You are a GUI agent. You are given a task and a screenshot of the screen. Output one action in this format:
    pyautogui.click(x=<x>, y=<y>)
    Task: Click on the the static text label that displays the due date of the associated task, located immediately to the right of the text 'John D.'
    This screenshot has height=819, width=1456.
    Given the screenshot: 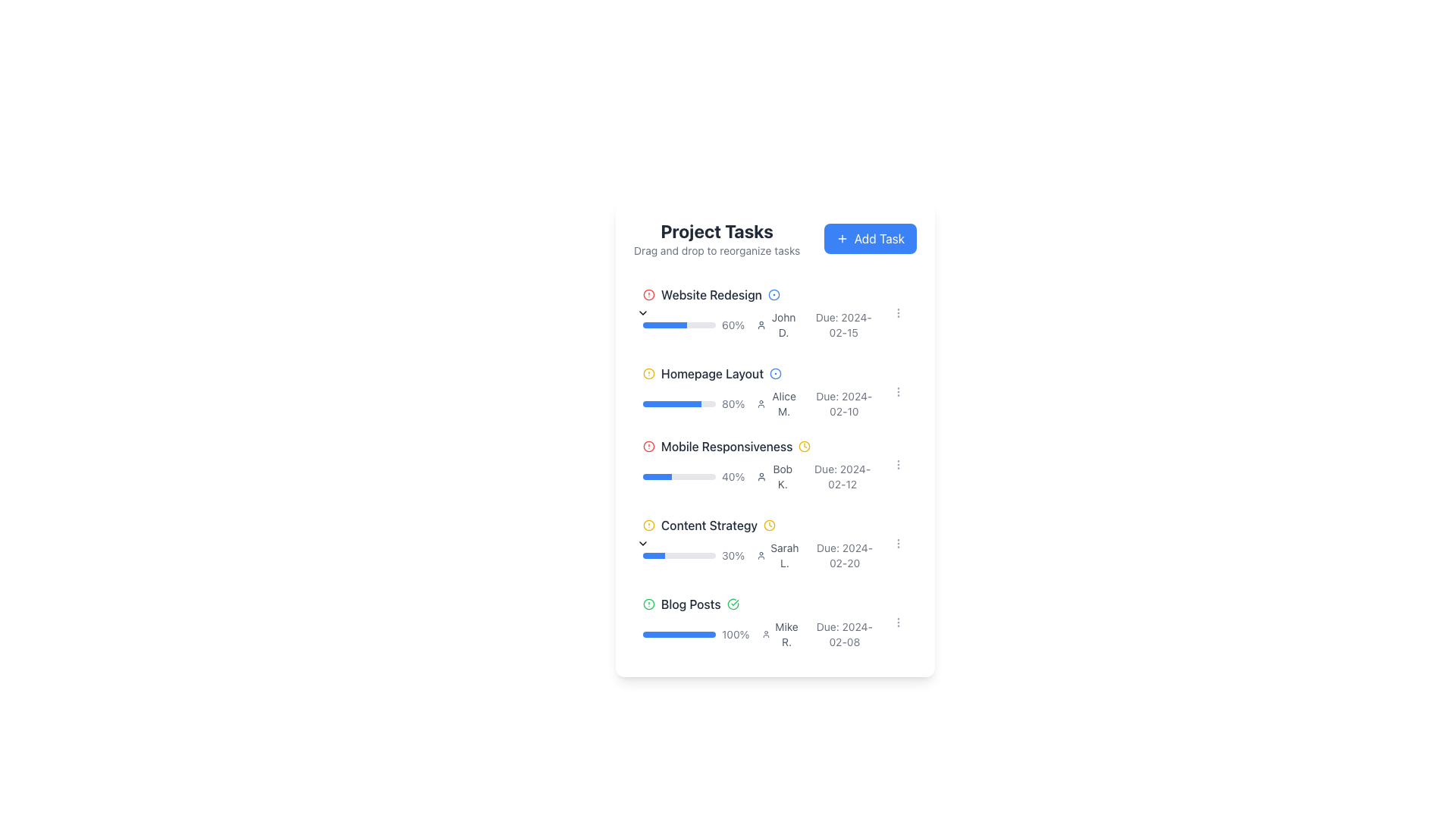 What is the action you would take?
    pyautogui.click(x=843, y=324)
    